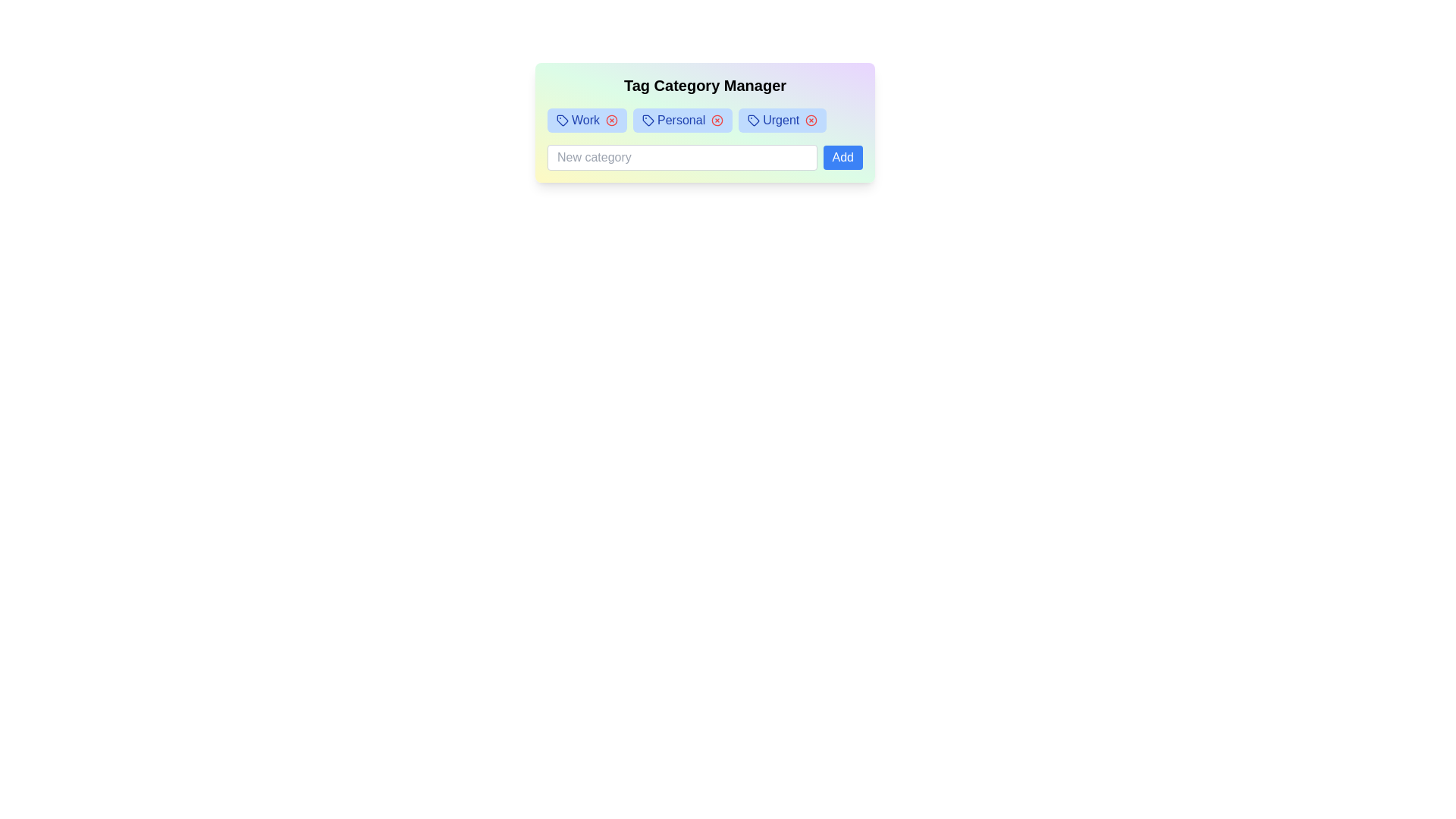 Image resolution: width=1456 pixels, height=819 pixels. What do you see at coordinates (783, 119) in the screenshot?
I see `'Urgent' badge with a removable option, which is the third badge in a horizontal group and located under the title 'Tag Category Manager'` at bounding box center [783, 119].